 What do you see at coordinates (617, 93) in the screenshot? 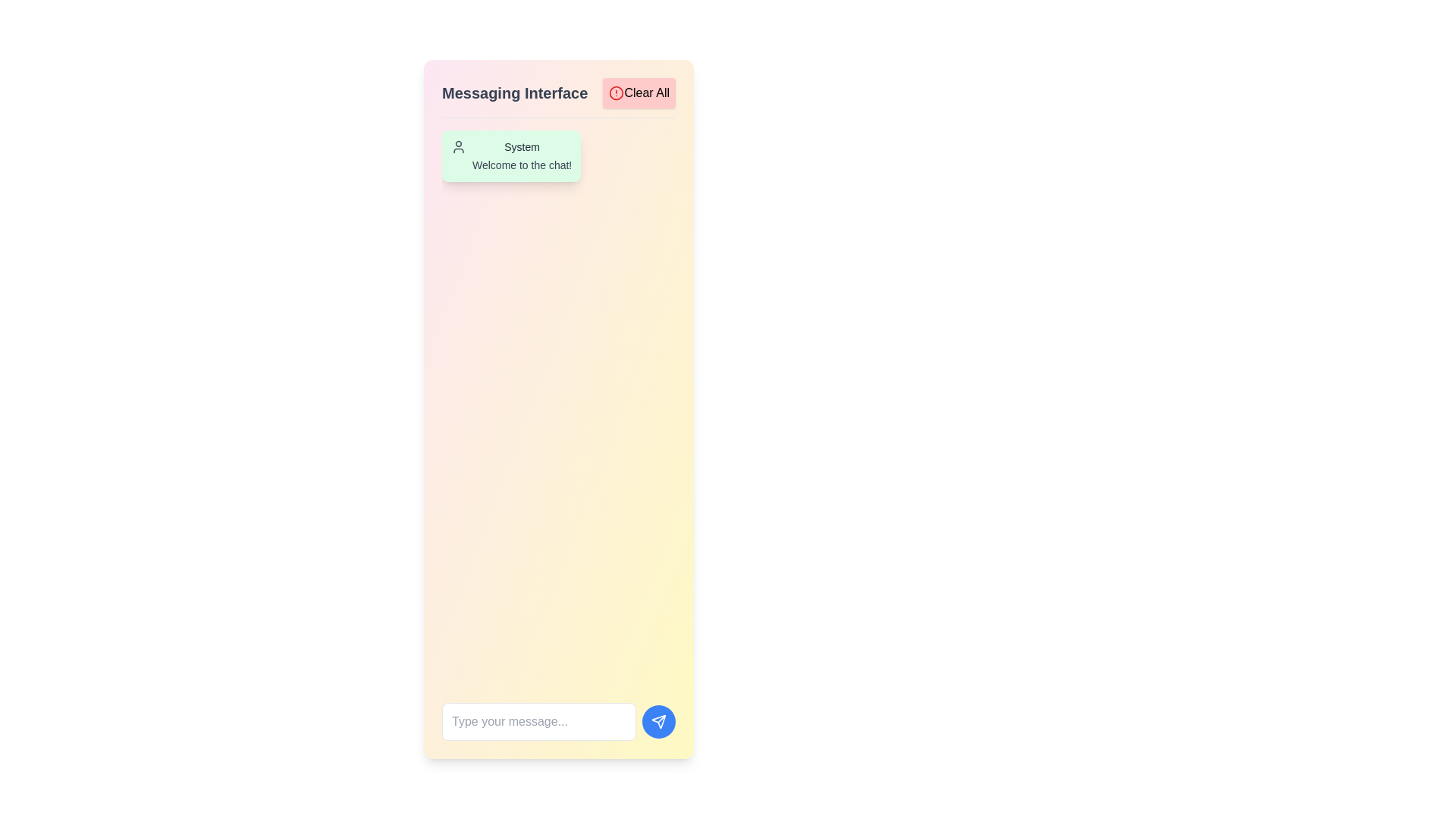
I see `the SVG Circle element that is part of the 'Clear All' button located at the top-right corner of the interface` at bounding box center [617, 93].